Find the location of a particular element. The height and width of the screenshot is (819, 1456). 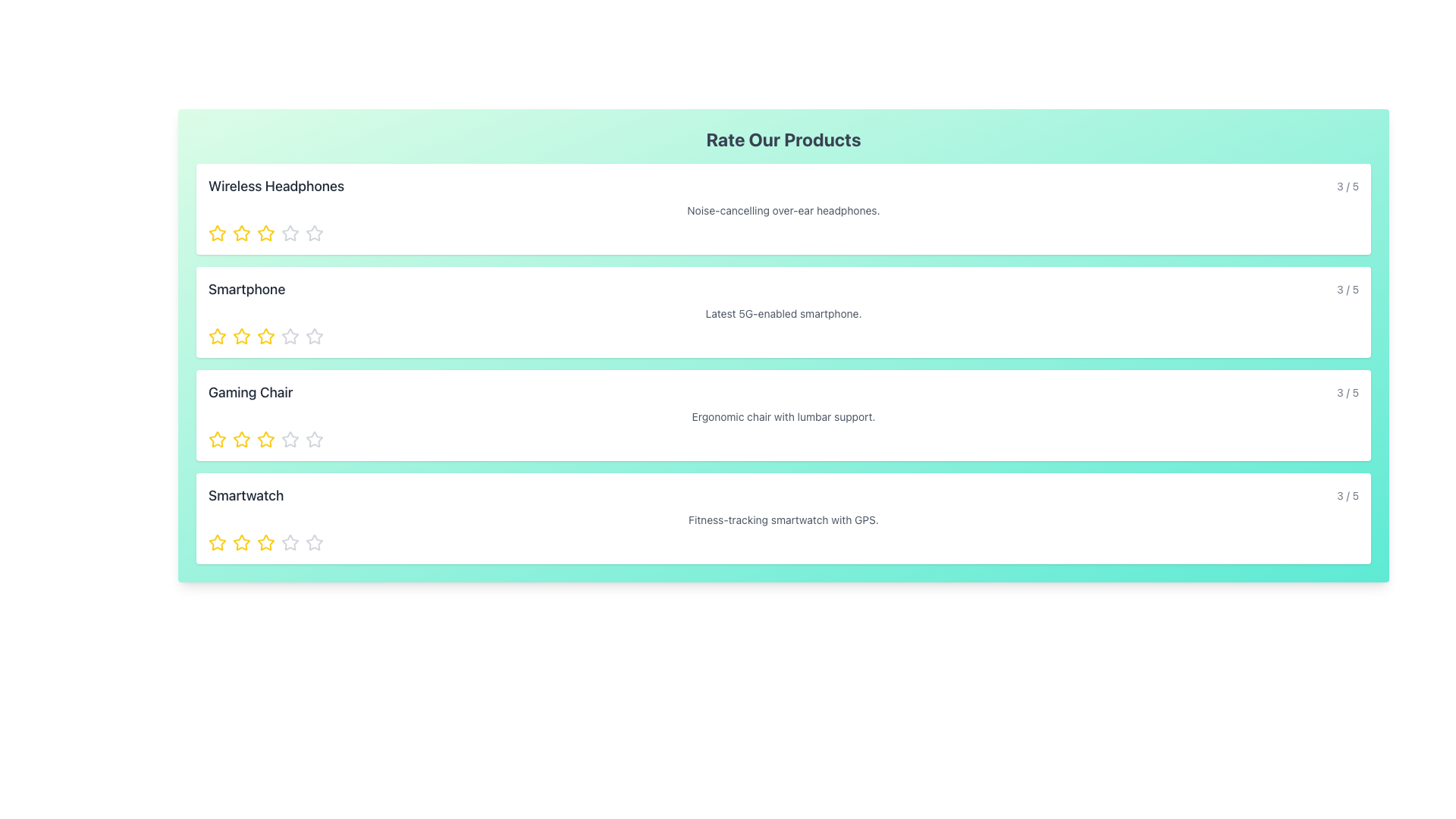

the second star icon with a yellow border in the fifth row of the rating system is located at coordinates (265, 541).